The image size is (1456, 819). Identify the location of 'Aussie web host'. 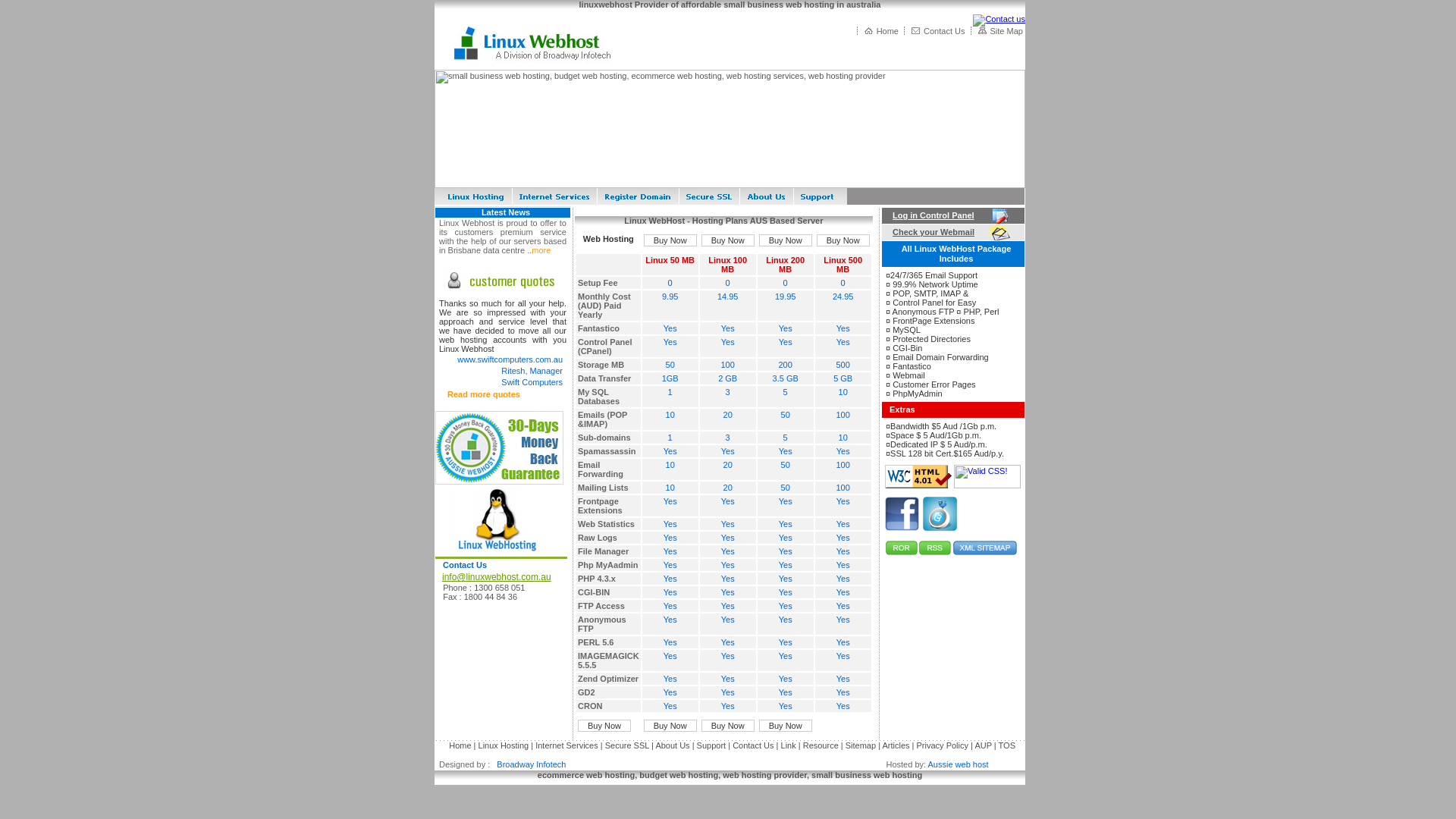
(957, 764).